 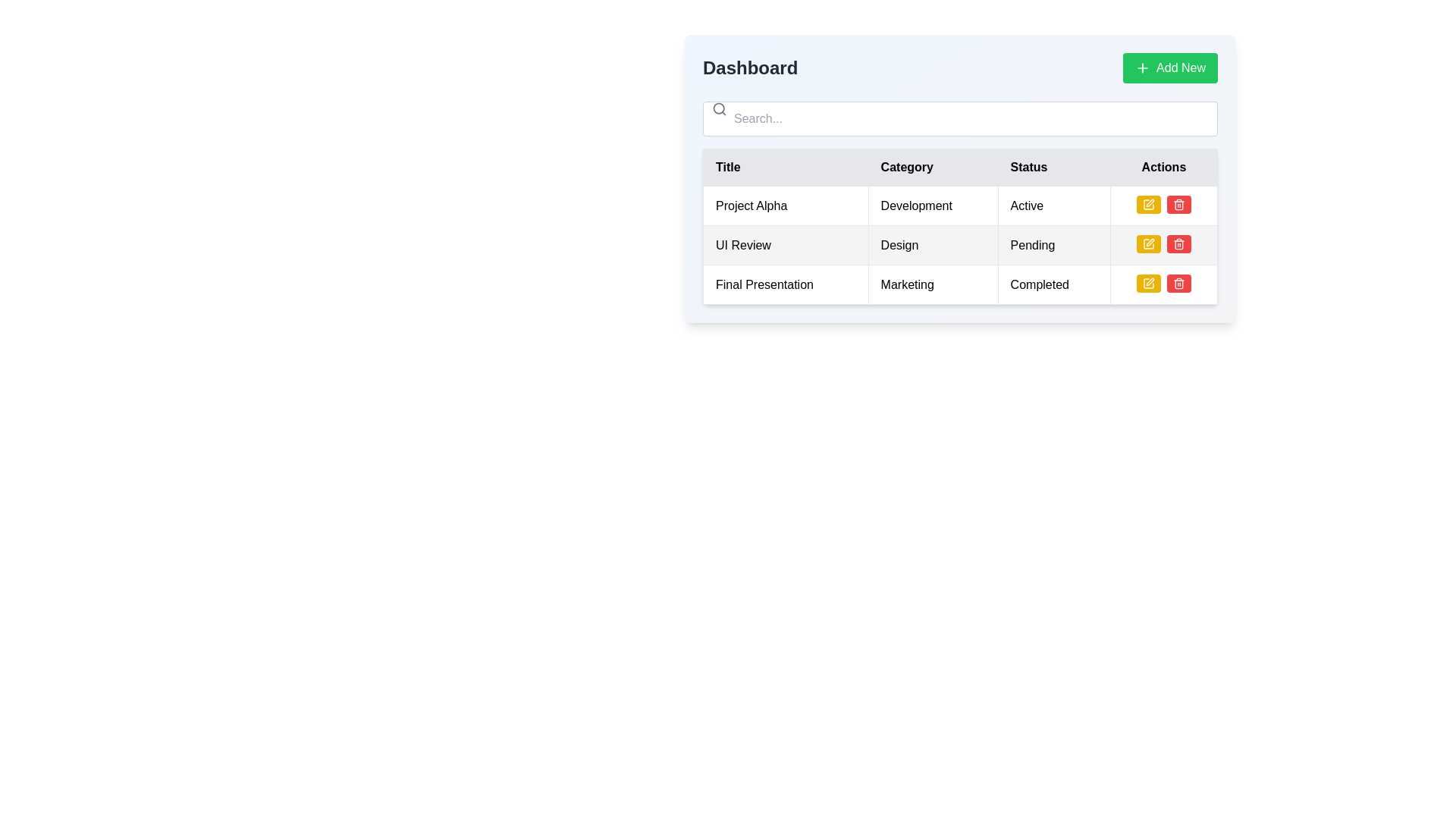 I want to click on the '+' icon within the green 'Add New' button located at the top-right corner of the visible card interface, so click(x=1143, y=67).